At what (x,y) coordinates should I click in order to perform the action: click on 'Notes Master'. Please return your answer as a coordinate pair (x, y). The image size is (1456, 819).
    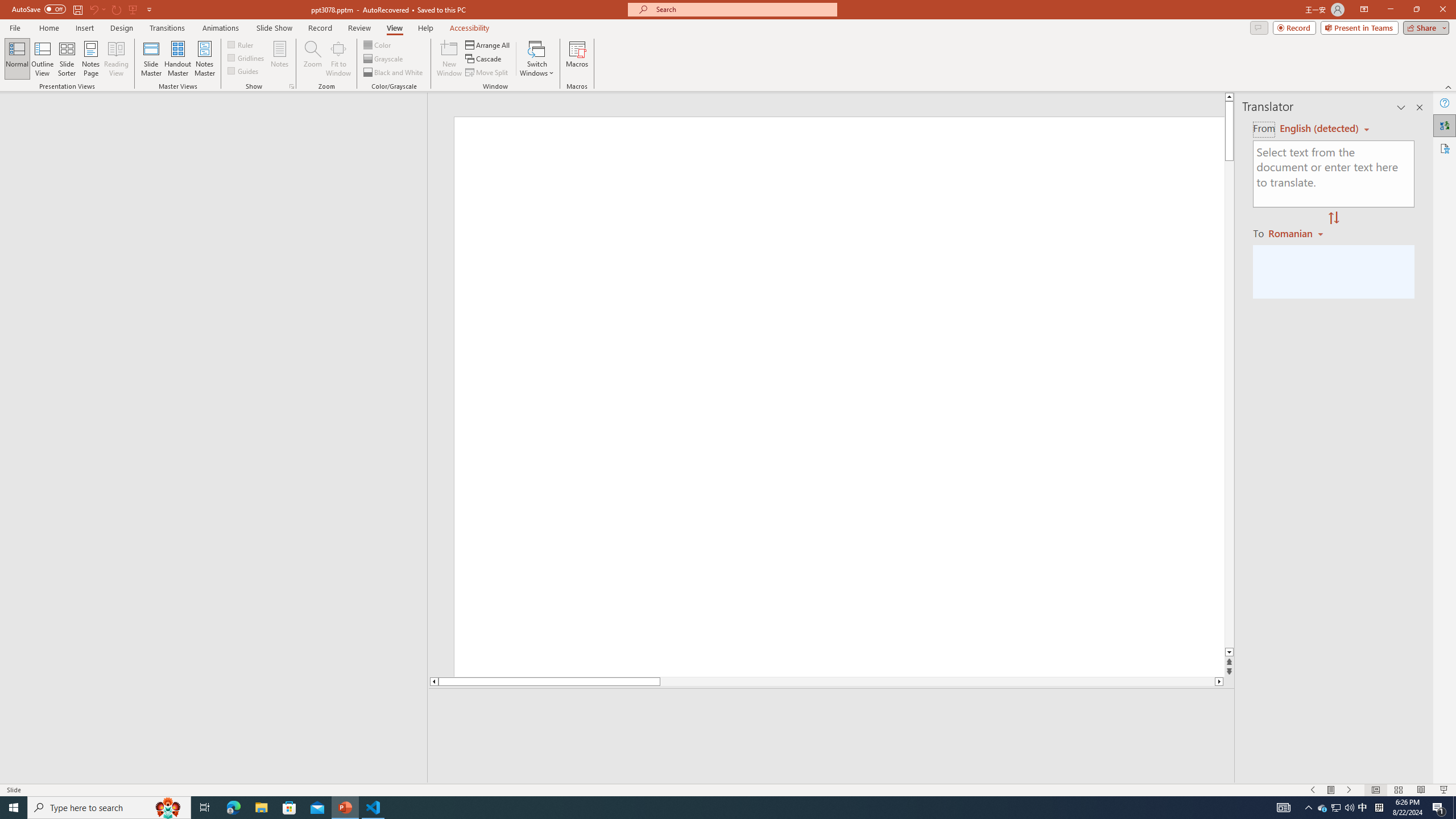
    Looking at the image, I should click on (204, 59).